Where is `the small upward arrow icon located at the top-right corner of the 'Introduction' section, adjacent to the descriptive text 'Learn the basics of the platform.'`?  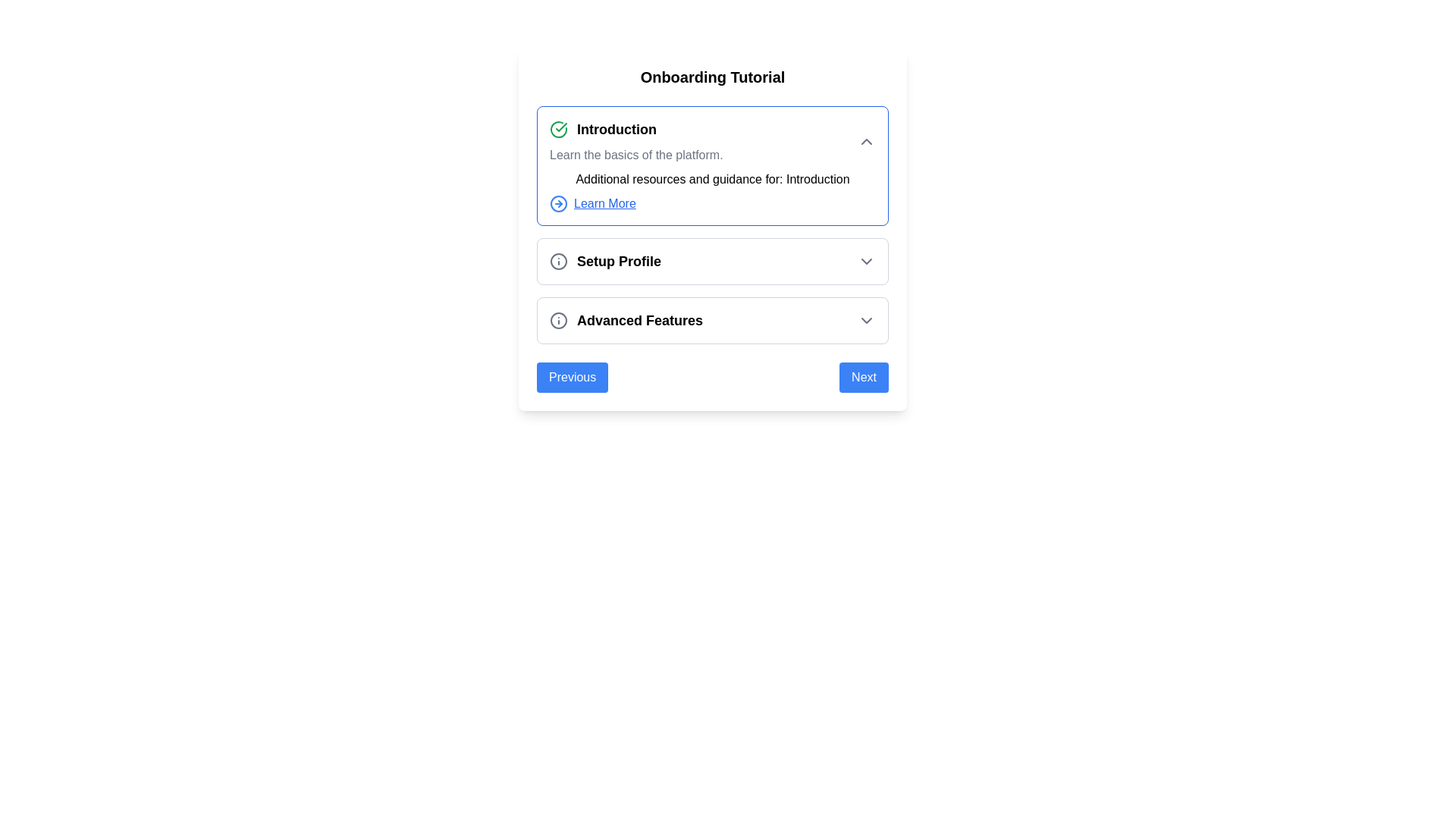
the small upward arrow icon located at the top-right corner of the 'Introduction' section, adjacent to the descriptive text 'Learn the basics of the platform.' is located at coordinates (866, 141).